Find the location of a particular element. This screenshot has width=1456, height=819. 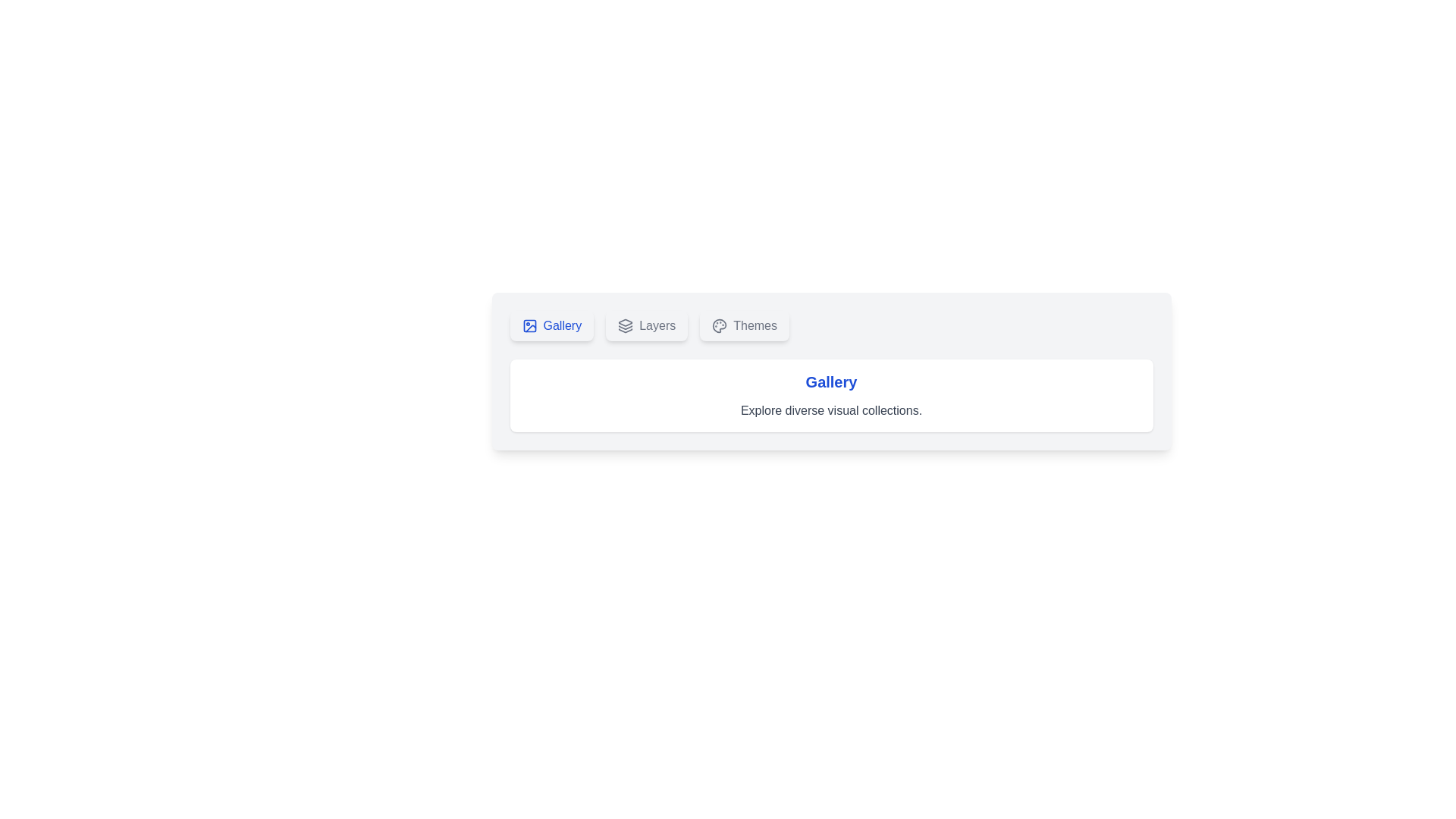

the Layers tab to view its content is located at coordinates (647, 325).